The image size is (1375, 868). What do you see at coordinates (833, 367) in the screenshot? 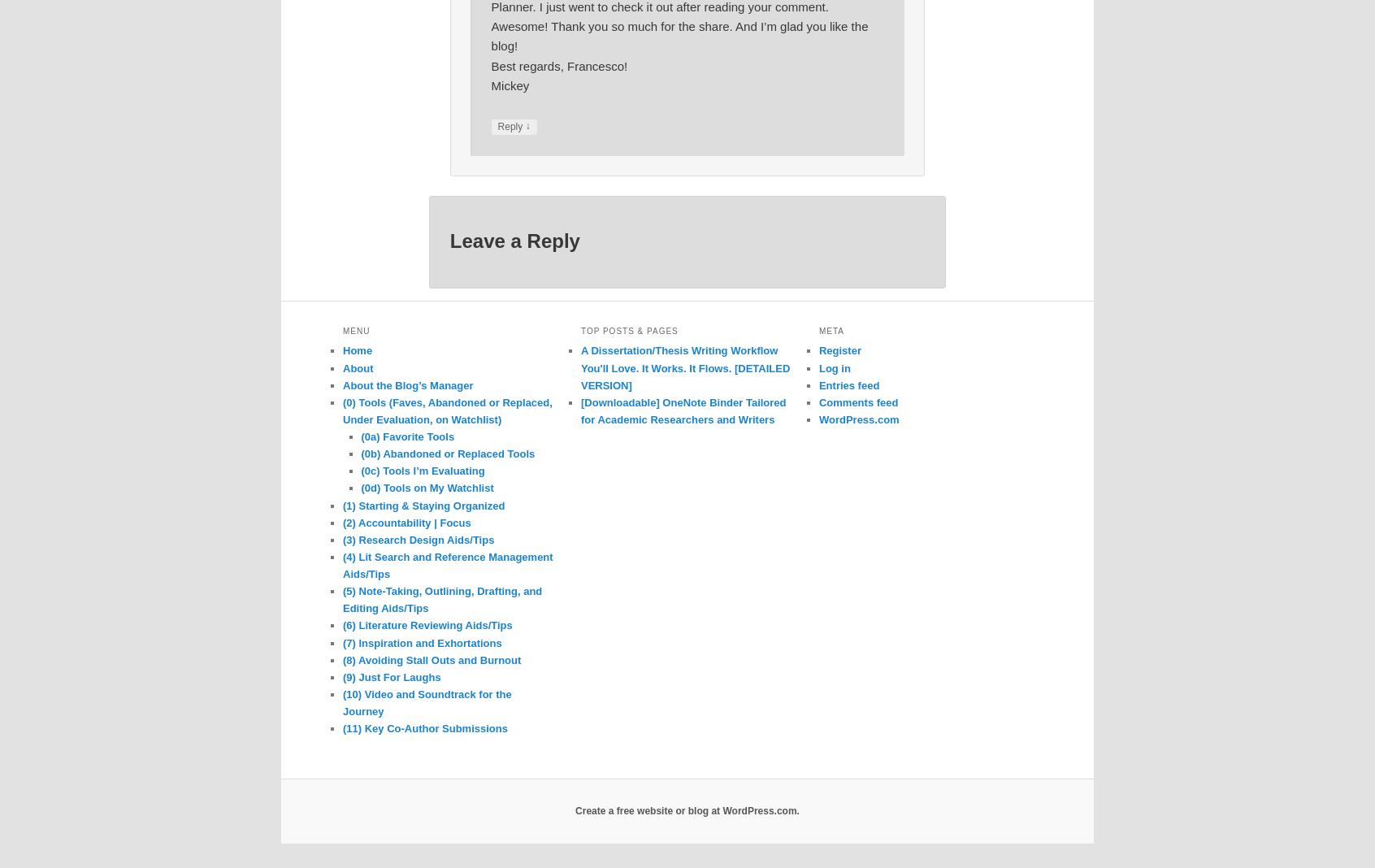
I see `'Log in'` at bounding box center [833, 367].